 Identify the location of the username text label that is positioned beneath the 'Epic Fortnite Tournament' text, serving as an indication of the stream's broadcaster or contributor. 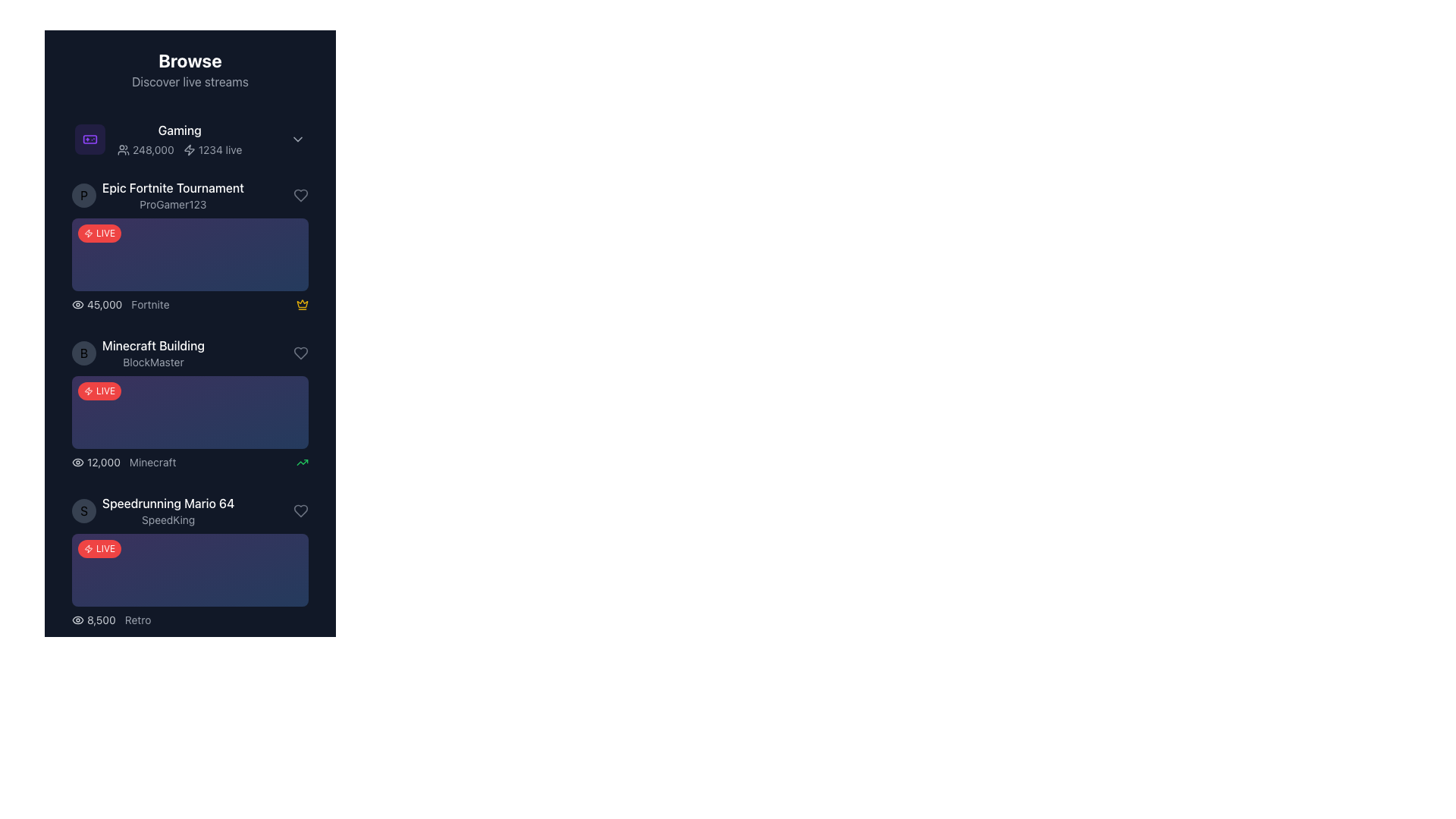
(173, 205).